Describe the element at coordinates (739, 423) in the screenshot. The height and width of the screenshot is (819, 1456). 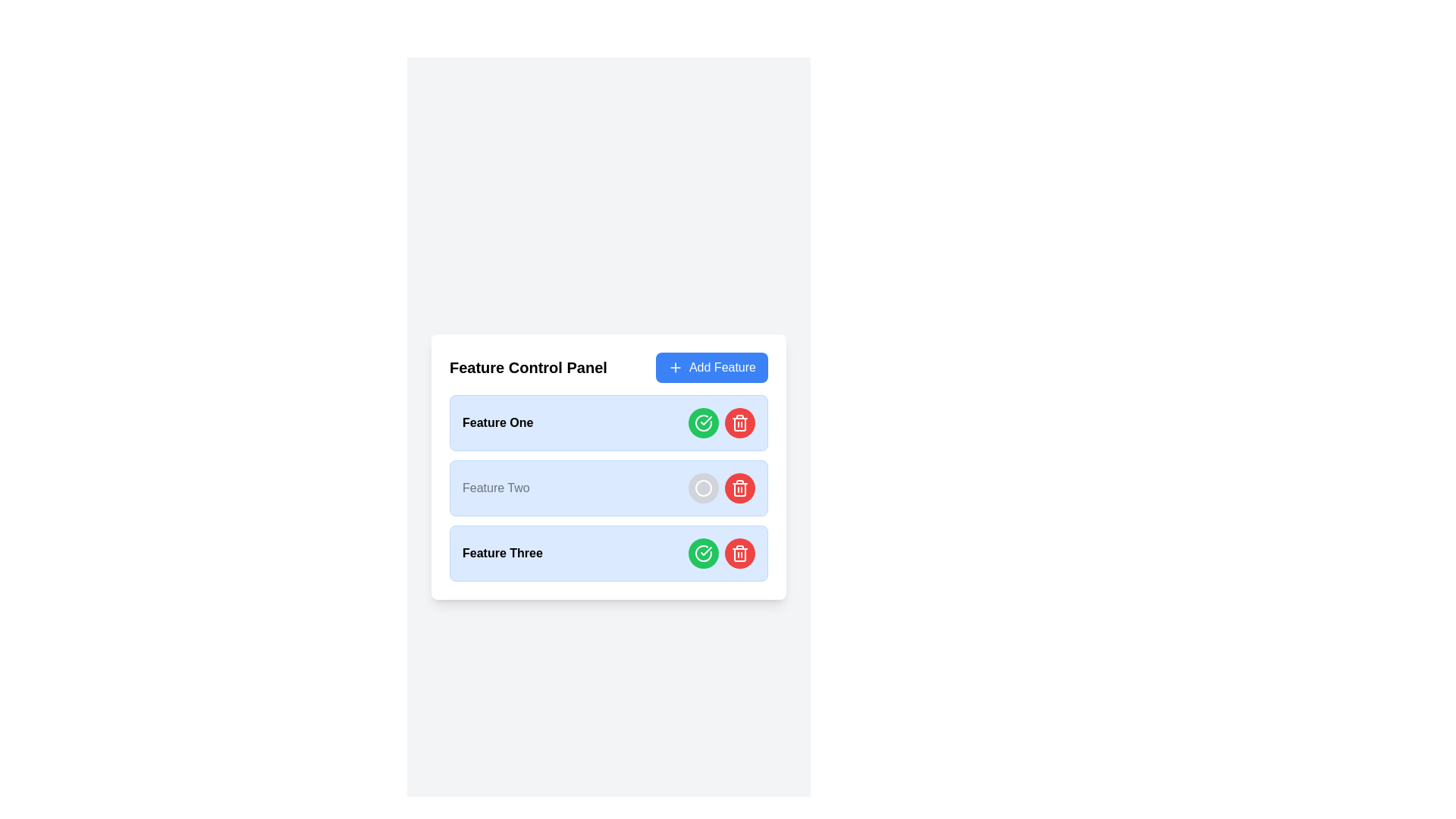
I see `the delete button located on the right side of the first row in the 'Feature Control Panel'` at that location.